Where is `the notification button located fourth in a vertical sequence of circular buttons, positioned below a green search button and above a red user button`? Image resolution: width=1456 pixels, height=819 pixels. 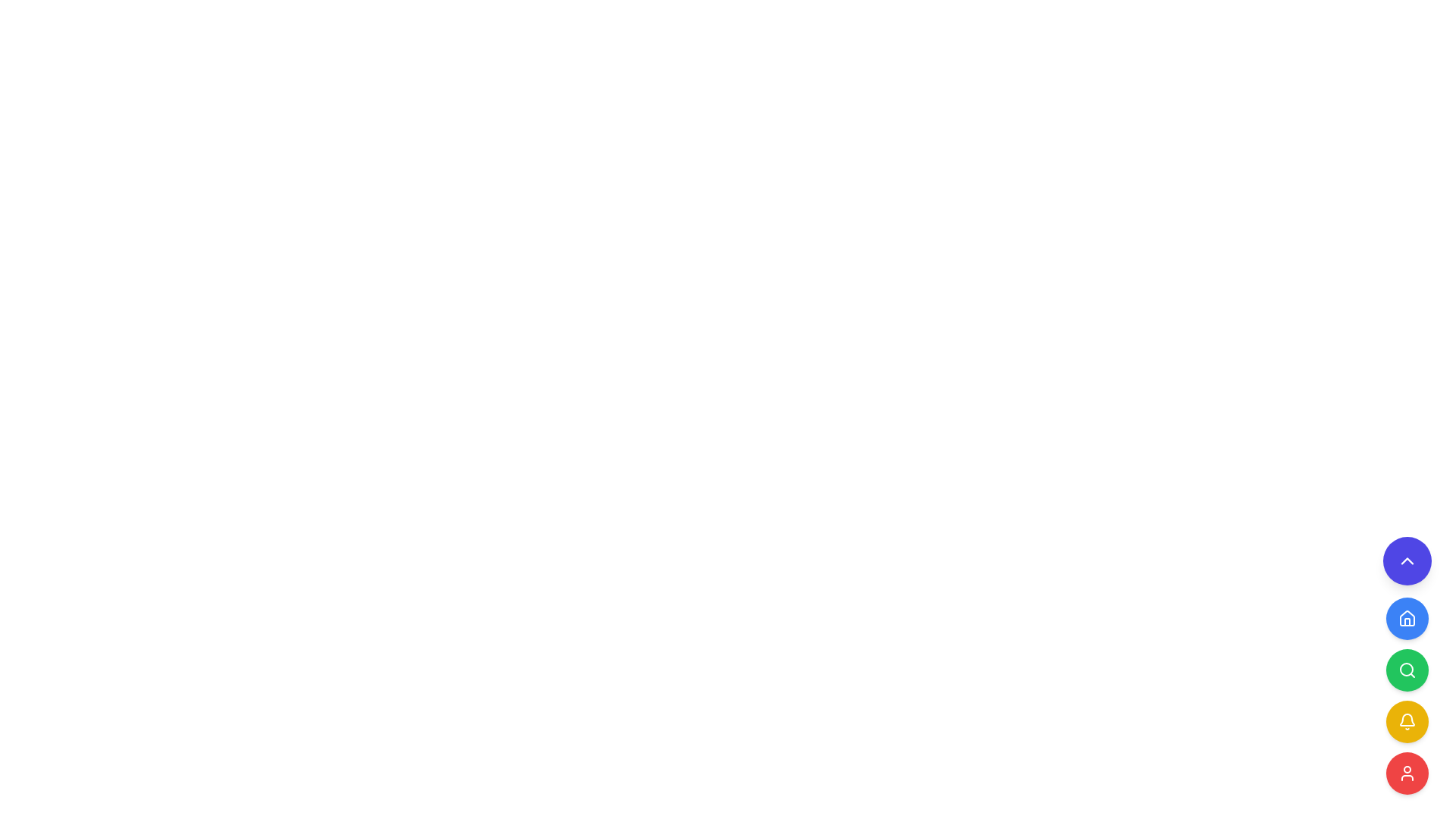
the notification button located fourth in a vertical sequence of circular buttons, positioned below a green search button and above a red user button is located at coordinates (1407, 721).